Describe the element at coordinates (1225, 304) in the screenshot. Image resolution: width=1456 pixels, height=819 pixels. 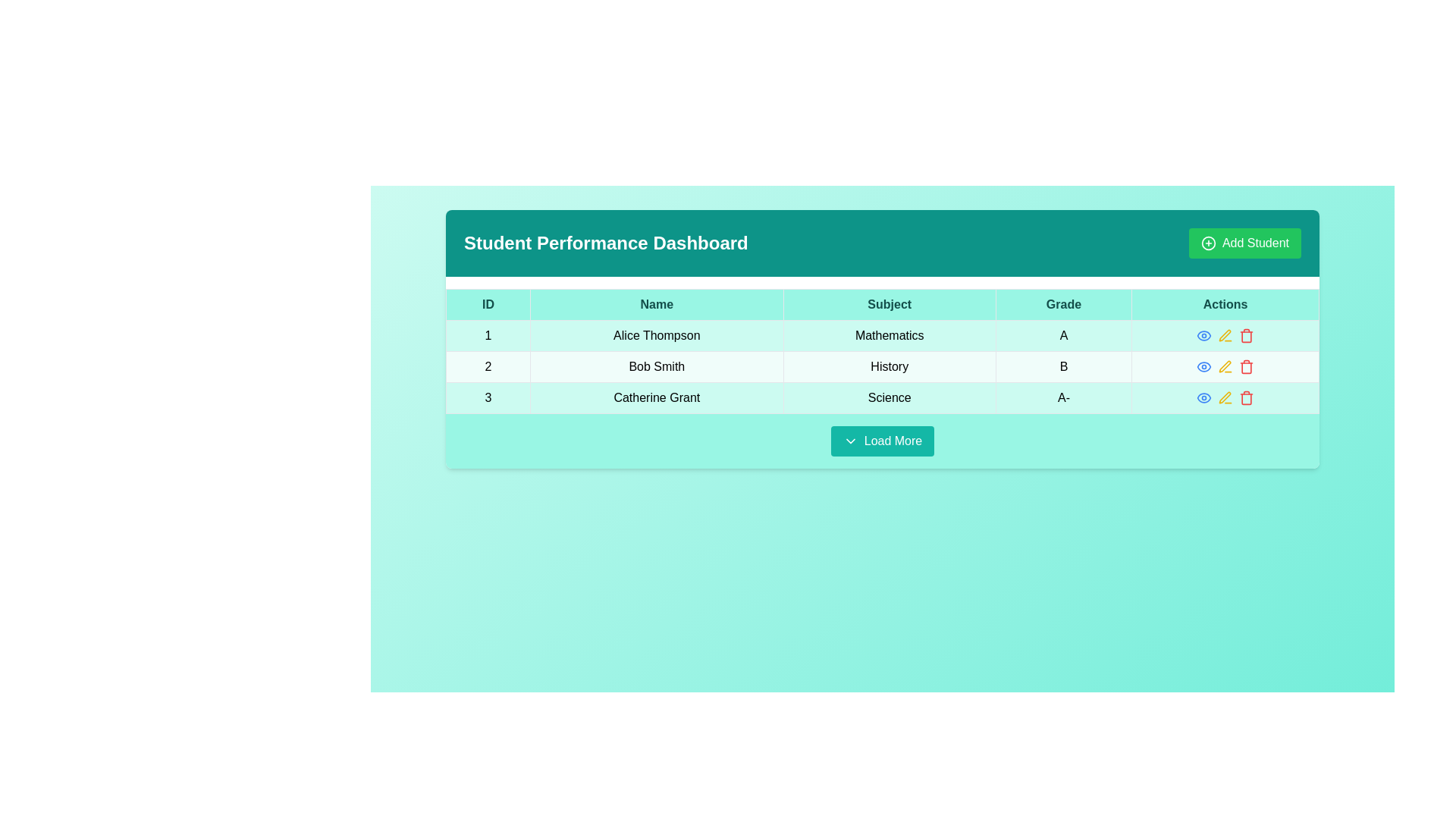
I see `the Table Header Cell for the 'Actions' column located at the top-right corner of the 'Student Performance Dashboard', adjacent to the 'Grade' header` at that location.